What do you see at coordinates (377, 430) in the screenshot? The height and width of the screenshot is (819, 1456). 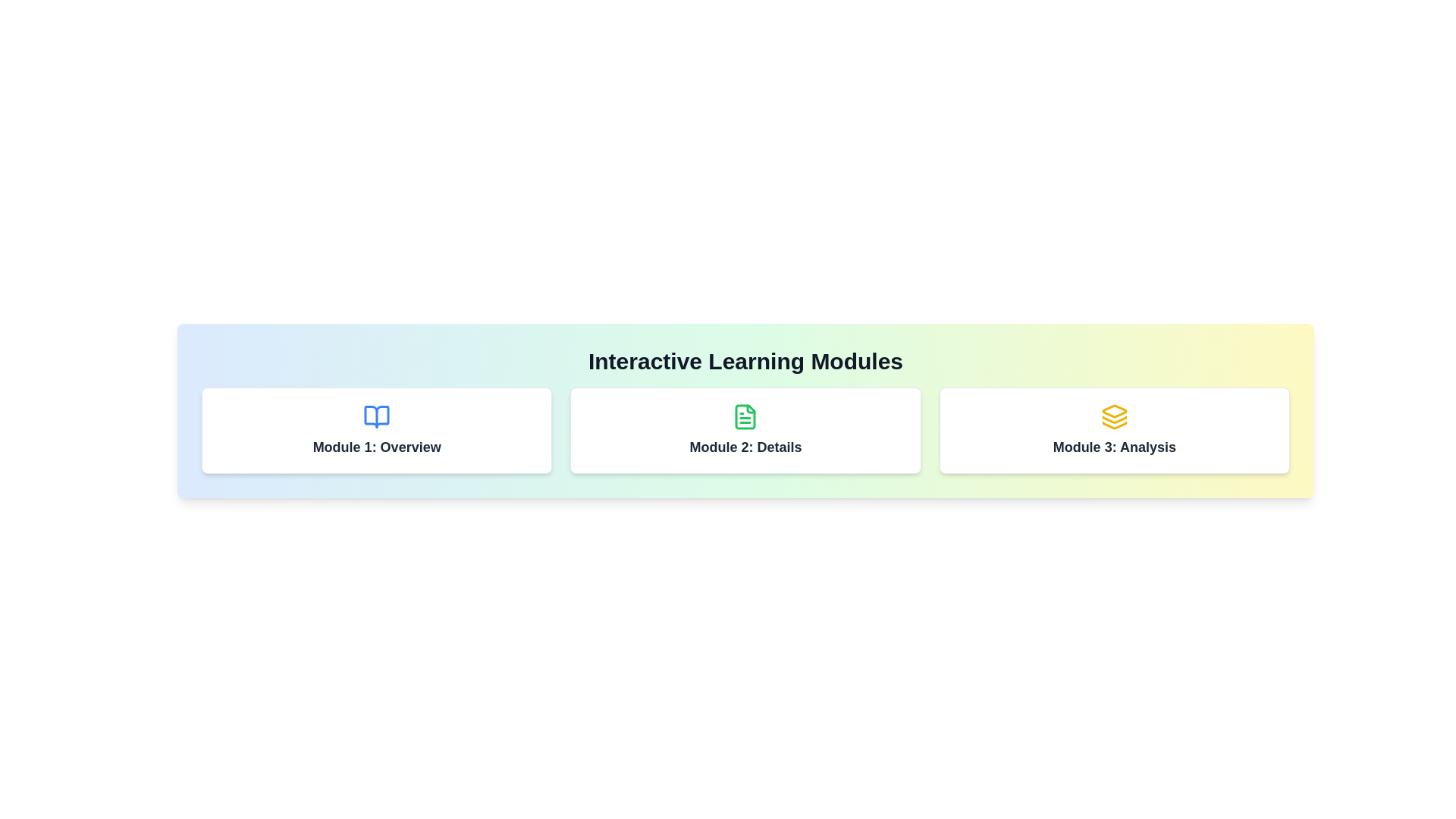 I see `the interactive card displaying 'Module 1: Overview', which features an open book icon and is the leftmost card in a grid of three modules` at bounding box center [377, 430].